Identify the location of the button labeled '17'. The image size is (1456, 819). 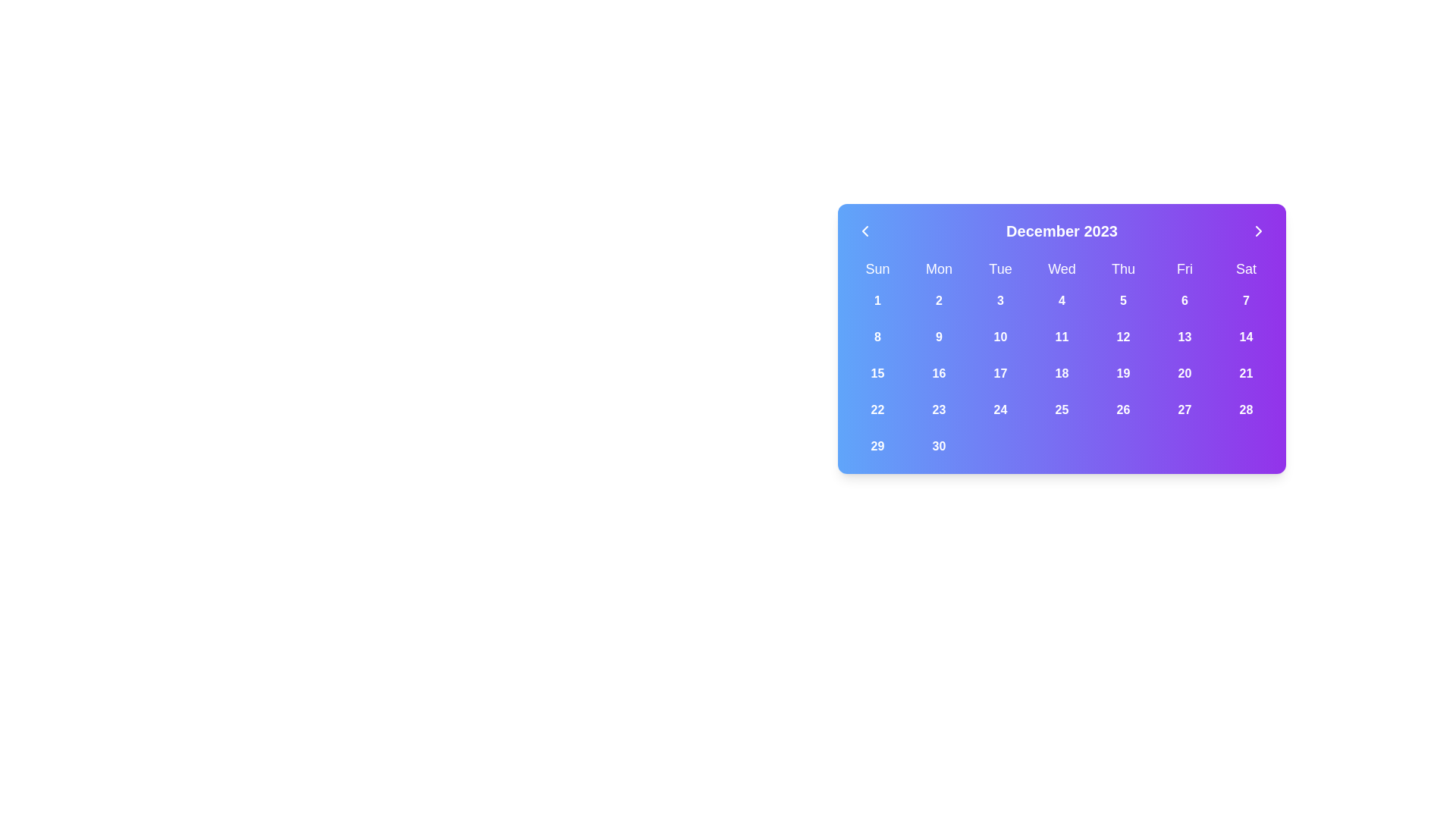
(1000, 374).